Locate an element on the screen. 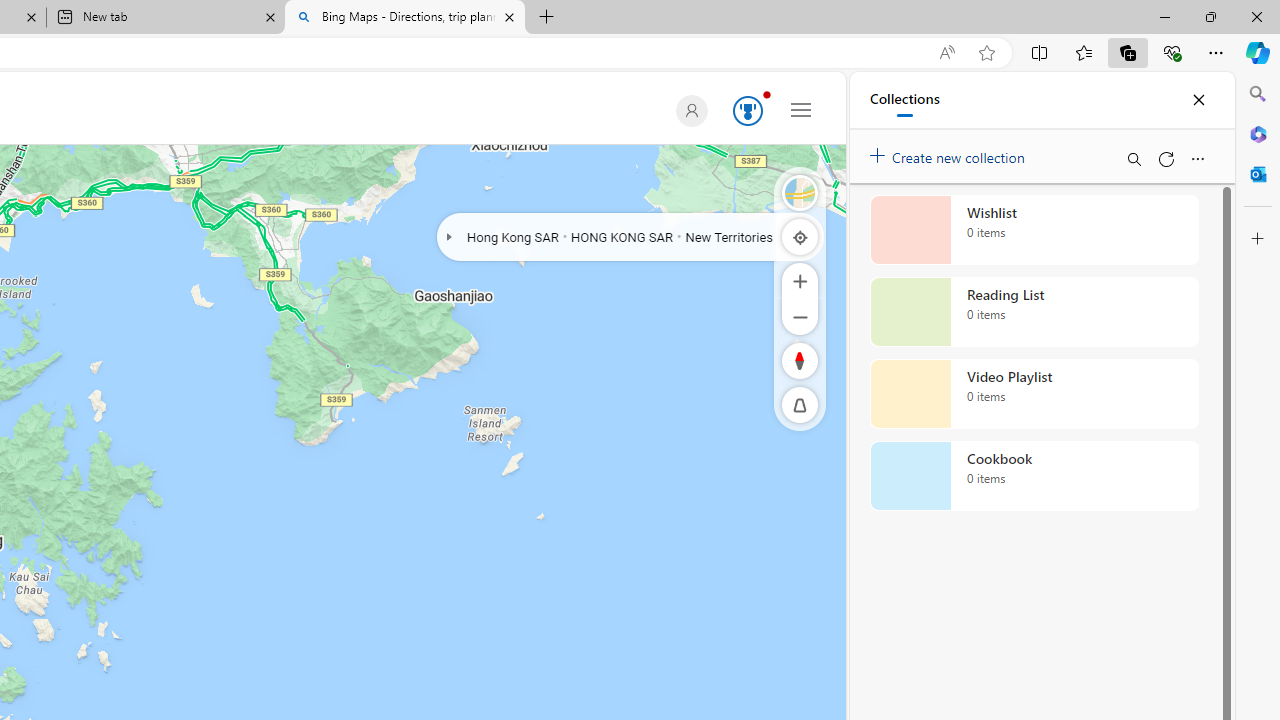  'Microsoft Rewards 63' is located at coordinates (743, 111).